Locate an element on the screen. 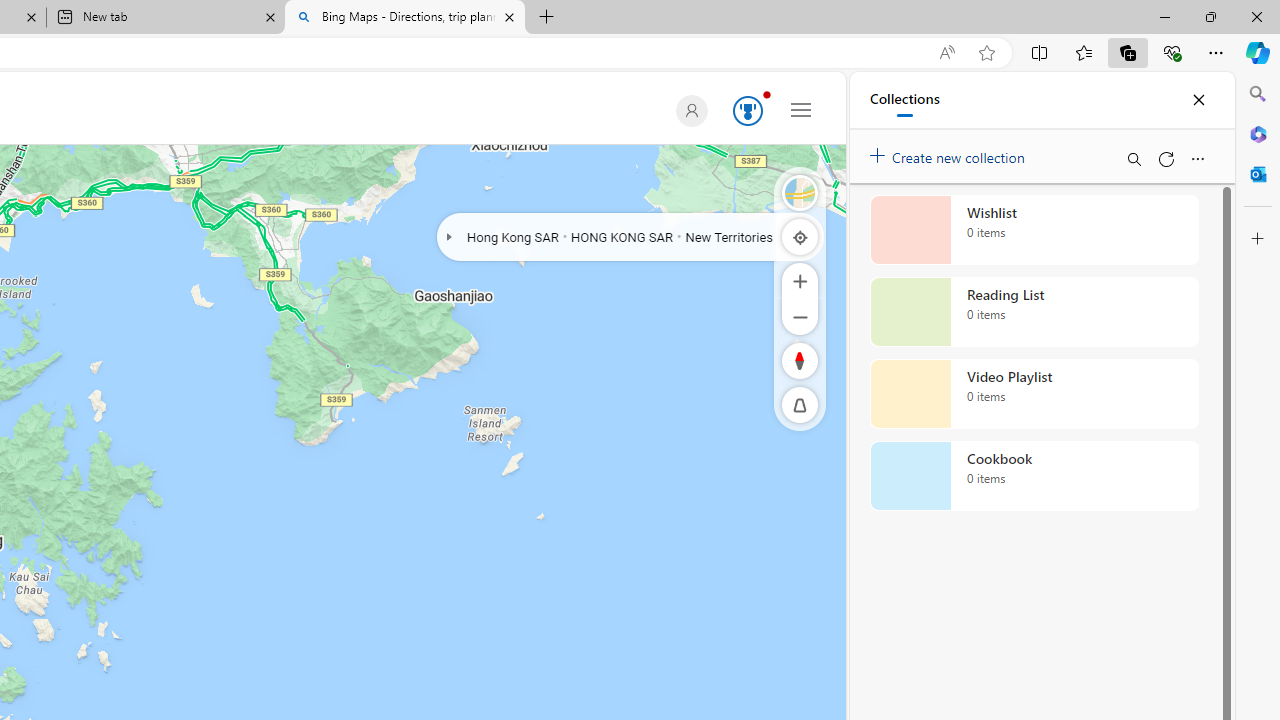  'Microsoft Rewards 63' is located at coordinates (743, 111).